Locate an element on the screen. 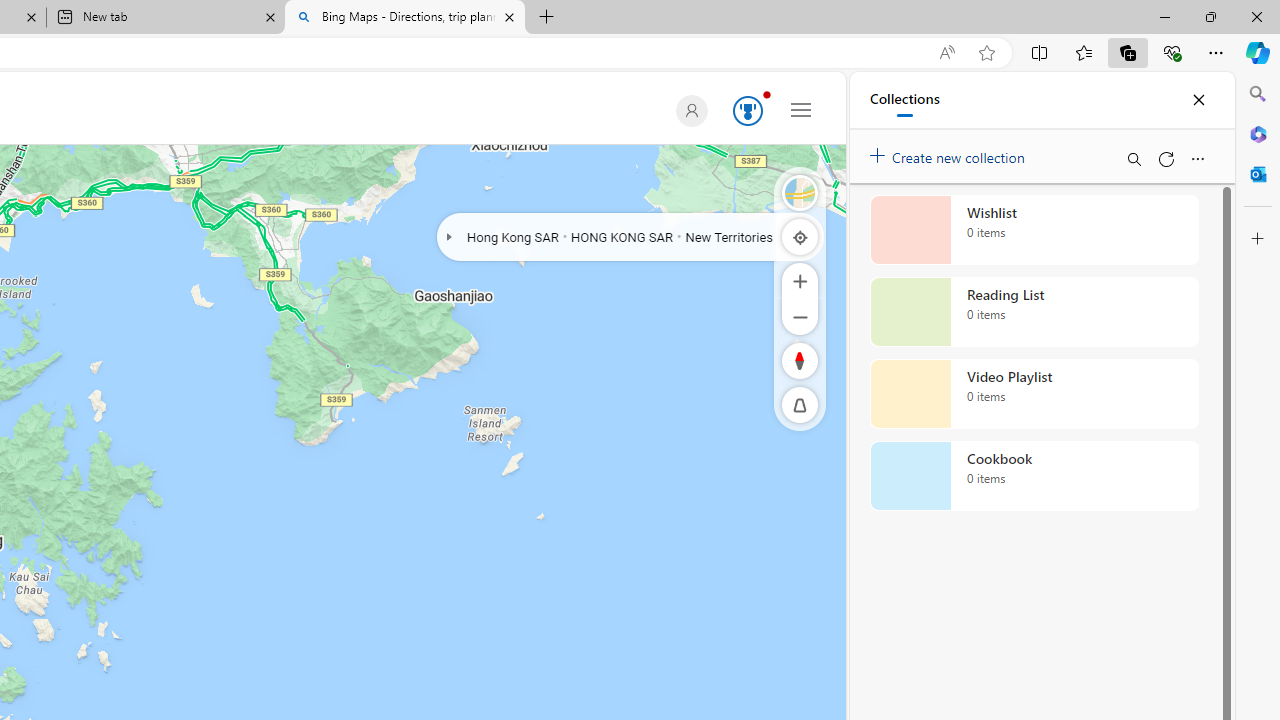  'Microsoft Rewards 63' is located at coordinates (743, 111).